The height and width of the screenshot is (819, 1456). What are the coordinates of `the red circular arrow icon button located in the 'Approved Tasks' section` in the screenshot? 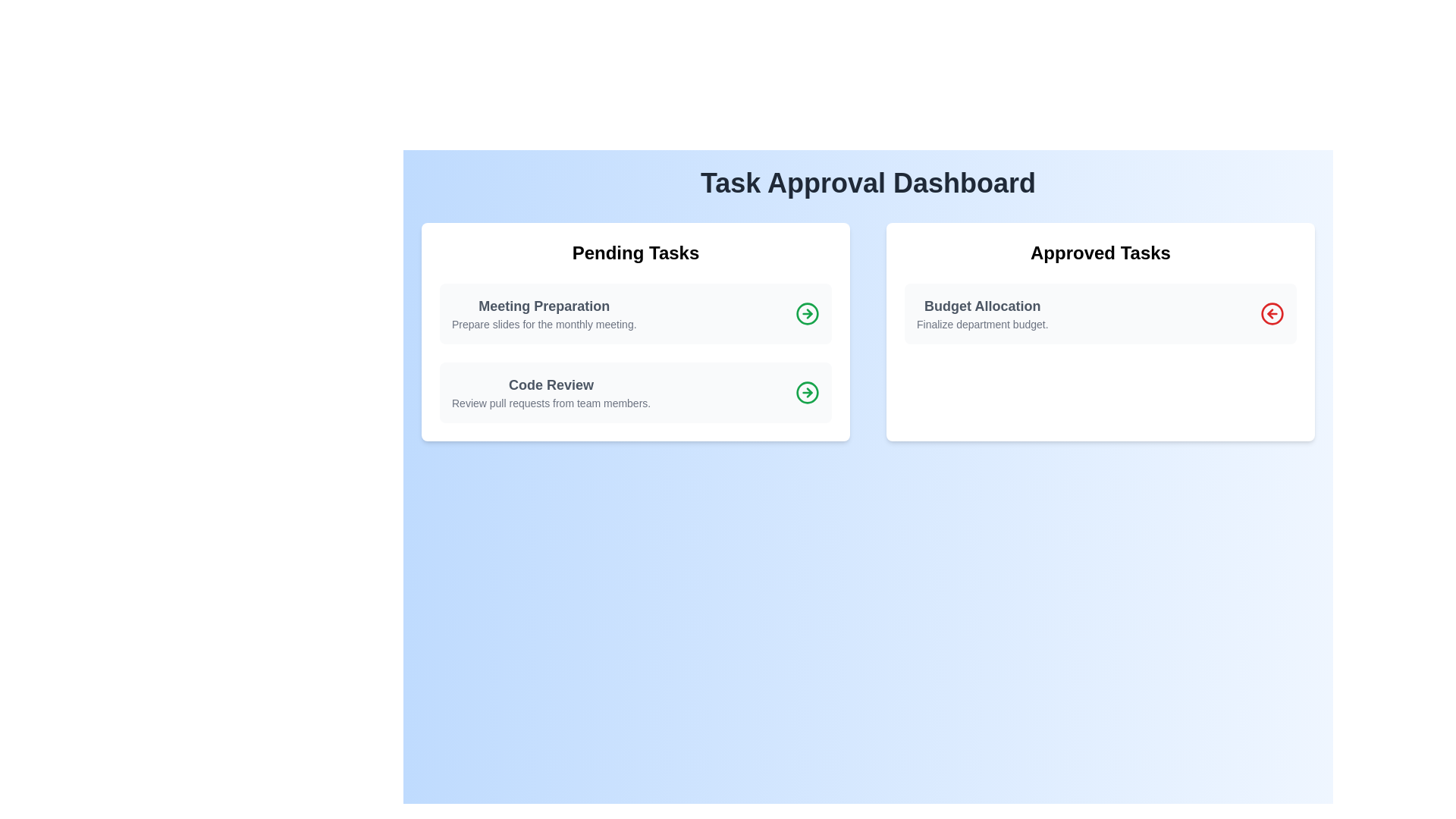 It's located at (1272, 312).